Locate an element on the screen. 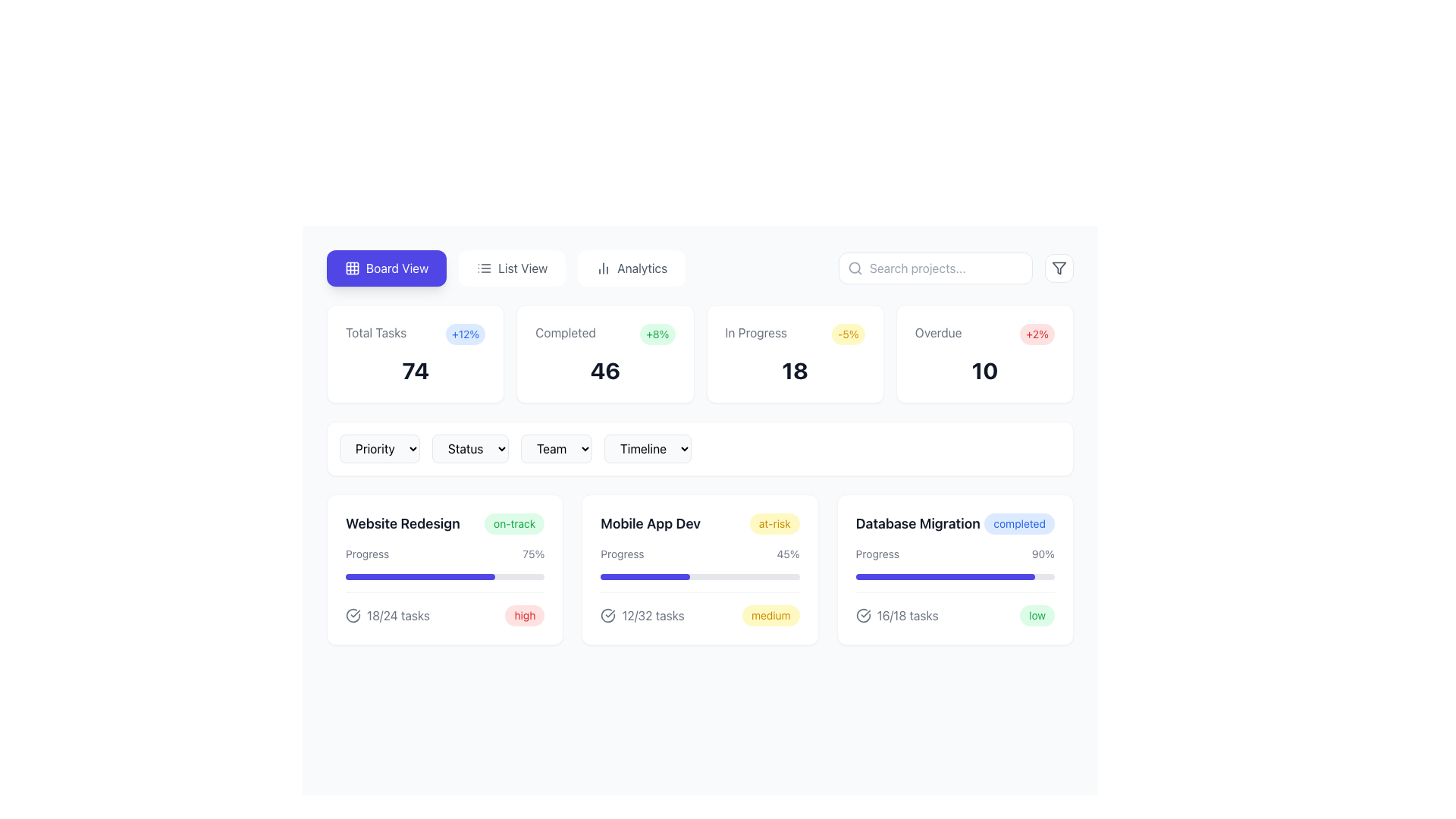  the Badge indicating a 2% increase in the 'Overdue' statistic located in the top-right section of the dashboard, adjacent to the 'Overdue' label is located at coordinates (1037, 333).